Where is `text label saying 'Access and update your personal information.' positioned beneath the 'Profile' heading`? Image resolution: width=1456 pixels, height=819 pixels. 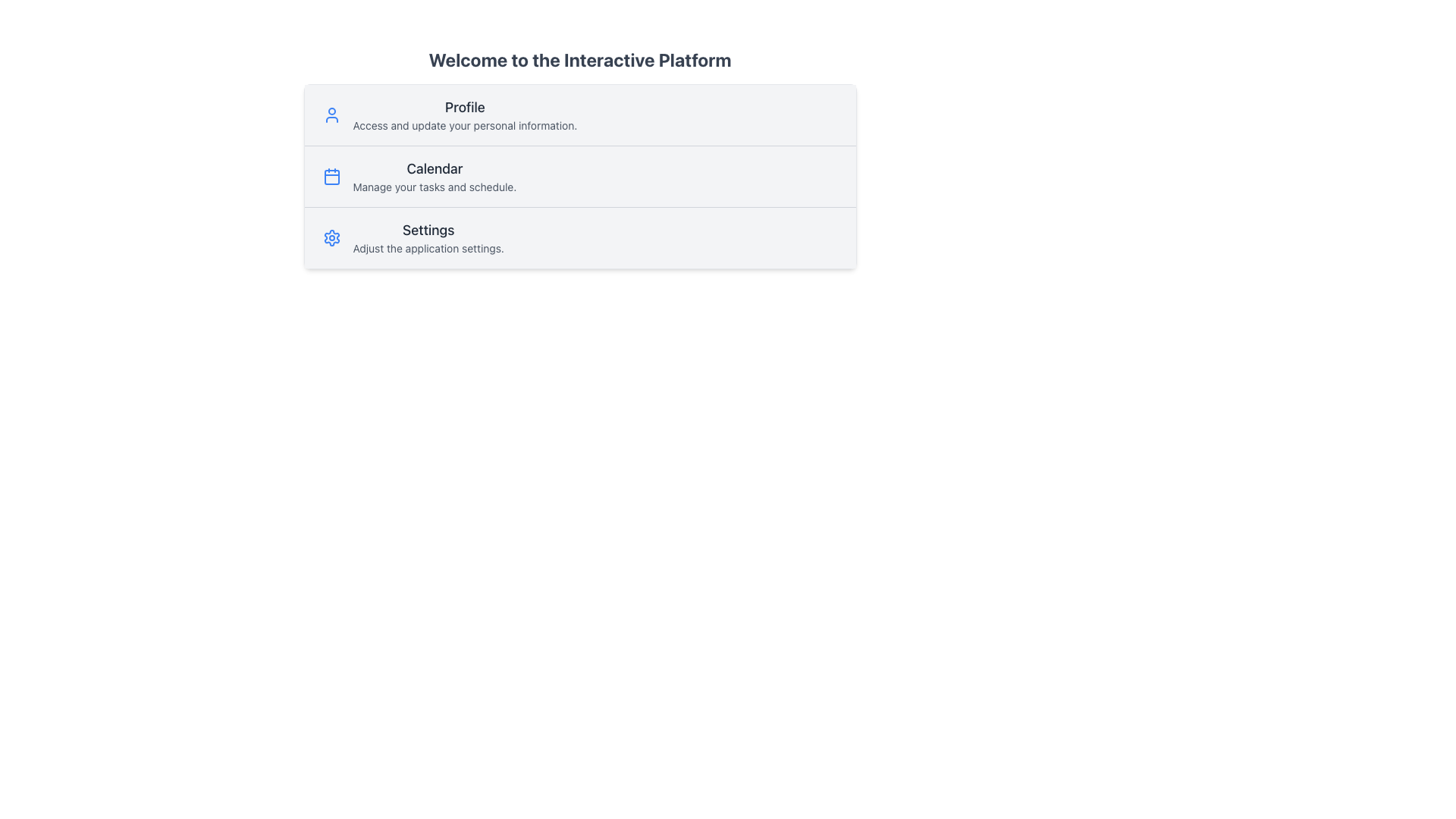 text label saying 'Access and update your personal information.' positioned beneath the 'Profile' heading is located at coordinates (464, 124).